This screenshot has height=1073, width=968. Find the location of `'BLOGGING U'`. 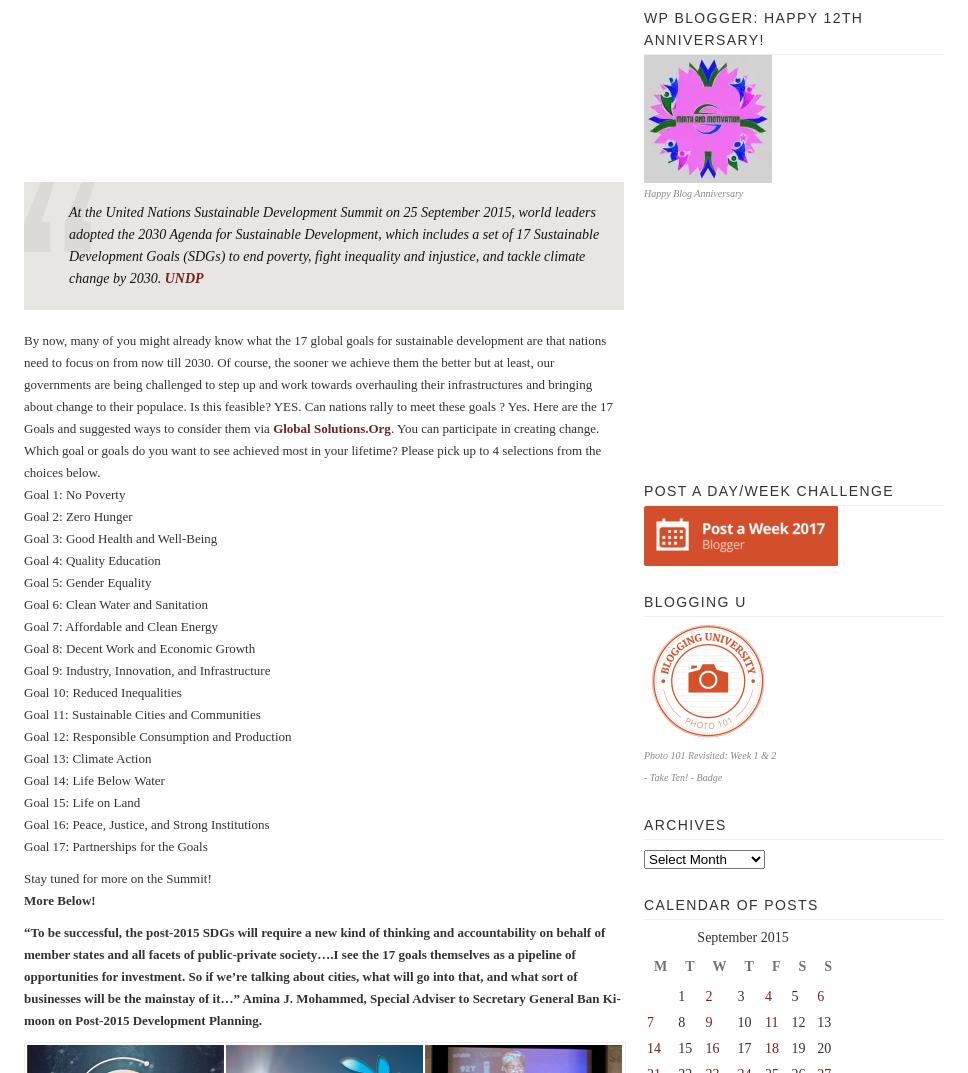

'BLOGGING U' is located at coordinates (643, 600).